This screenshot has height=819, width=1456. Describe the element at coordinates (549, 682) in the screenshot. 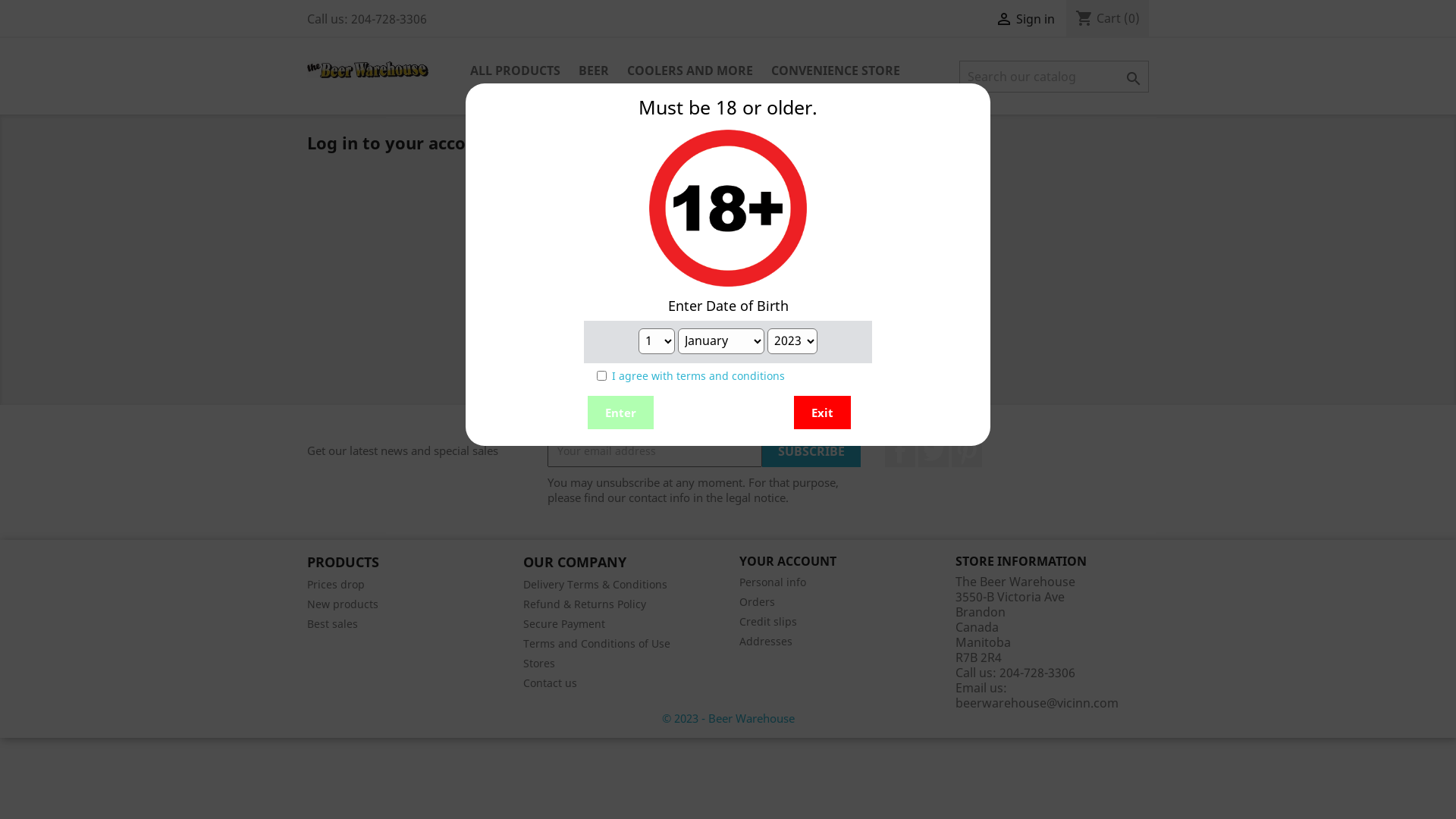

I see `'Contact us'` at that location.